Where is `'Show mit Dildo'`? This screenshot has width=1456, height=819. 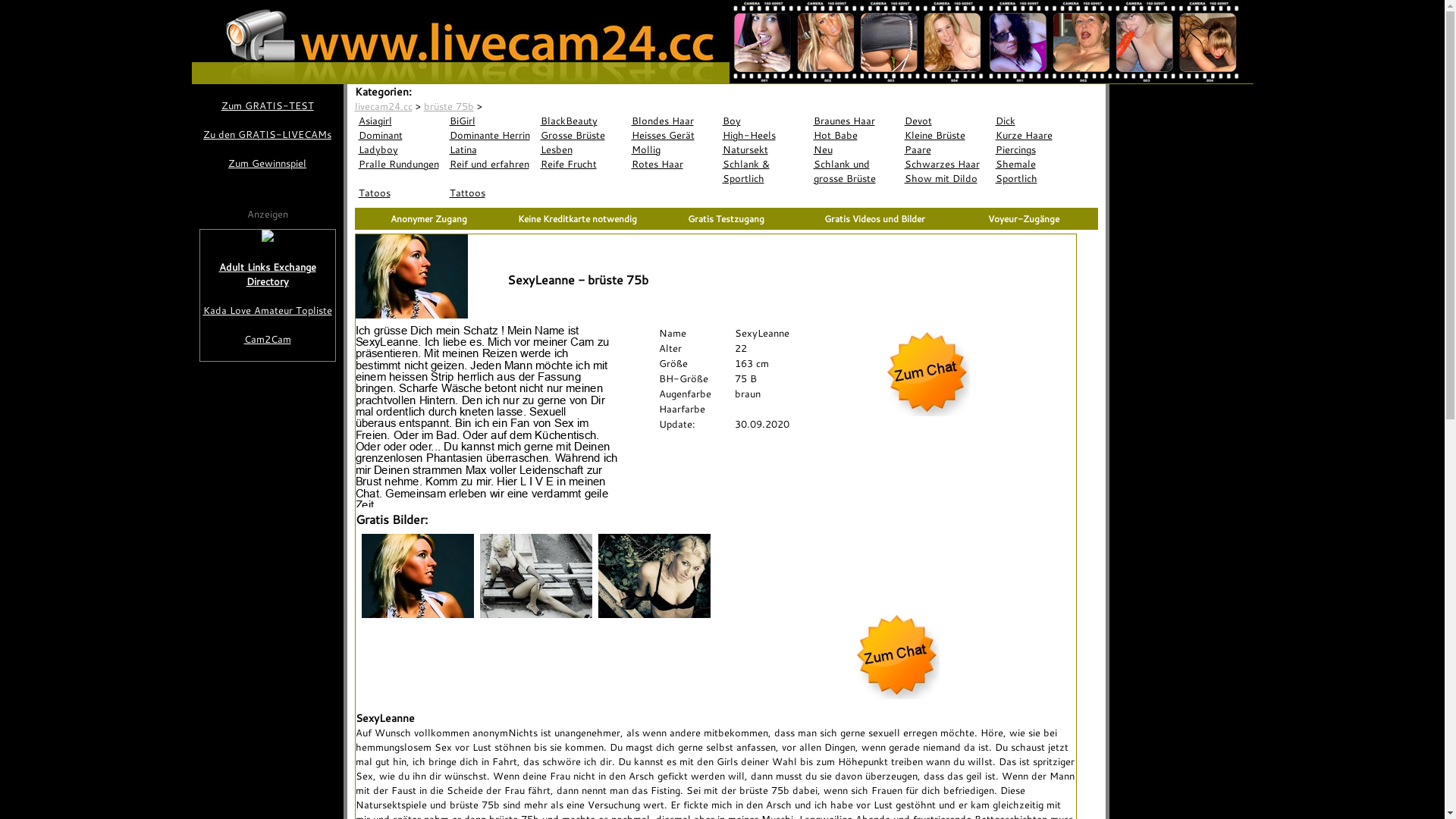 'Show mit Dildo' is located at coordinates (946, 177).